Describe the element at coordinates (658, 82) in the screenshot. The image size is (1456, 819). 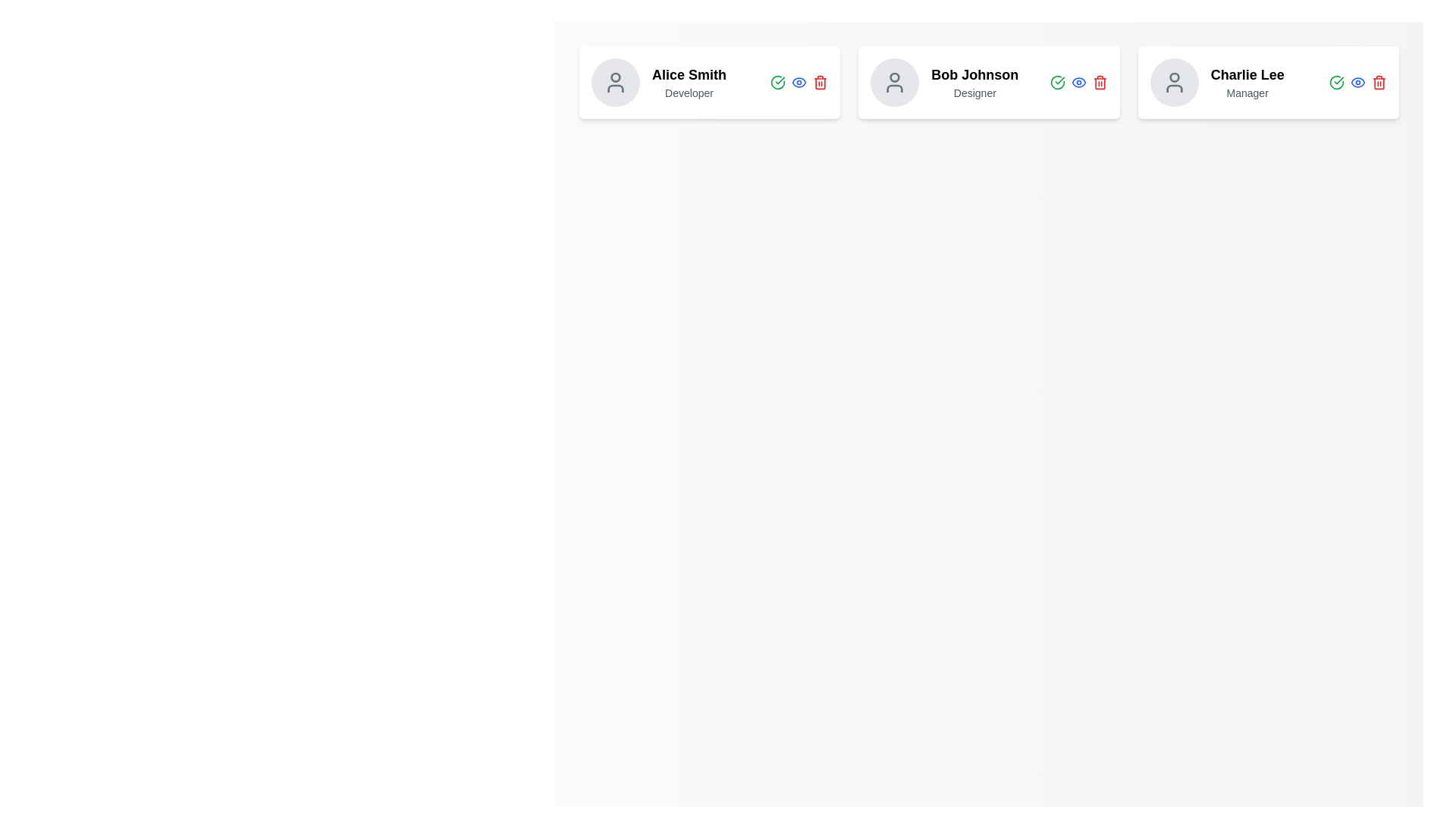
I see `the User Profile Card featuring a circular avatar with a gray background and the name 'Alice Smith' in bold` at that location.